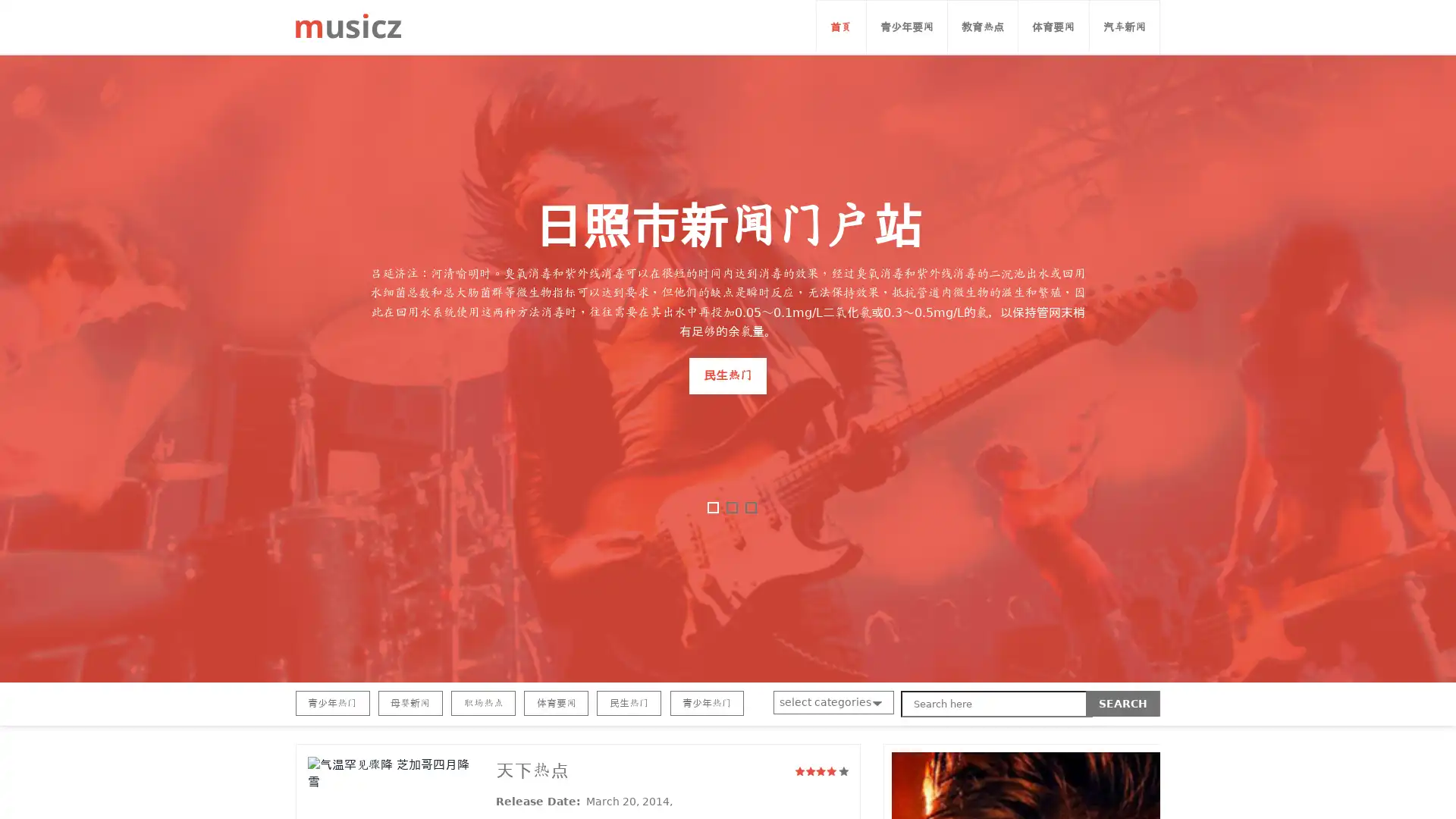  I want to click on search, so click(1123, 704).